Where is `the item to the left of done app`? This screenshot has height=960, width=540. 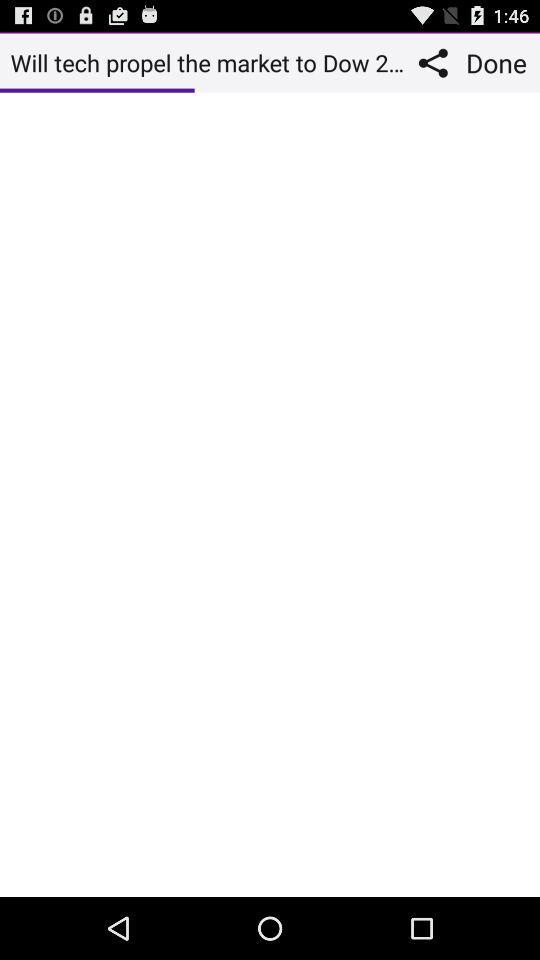 the item to the left of done app is located at coordinates (437, 62).